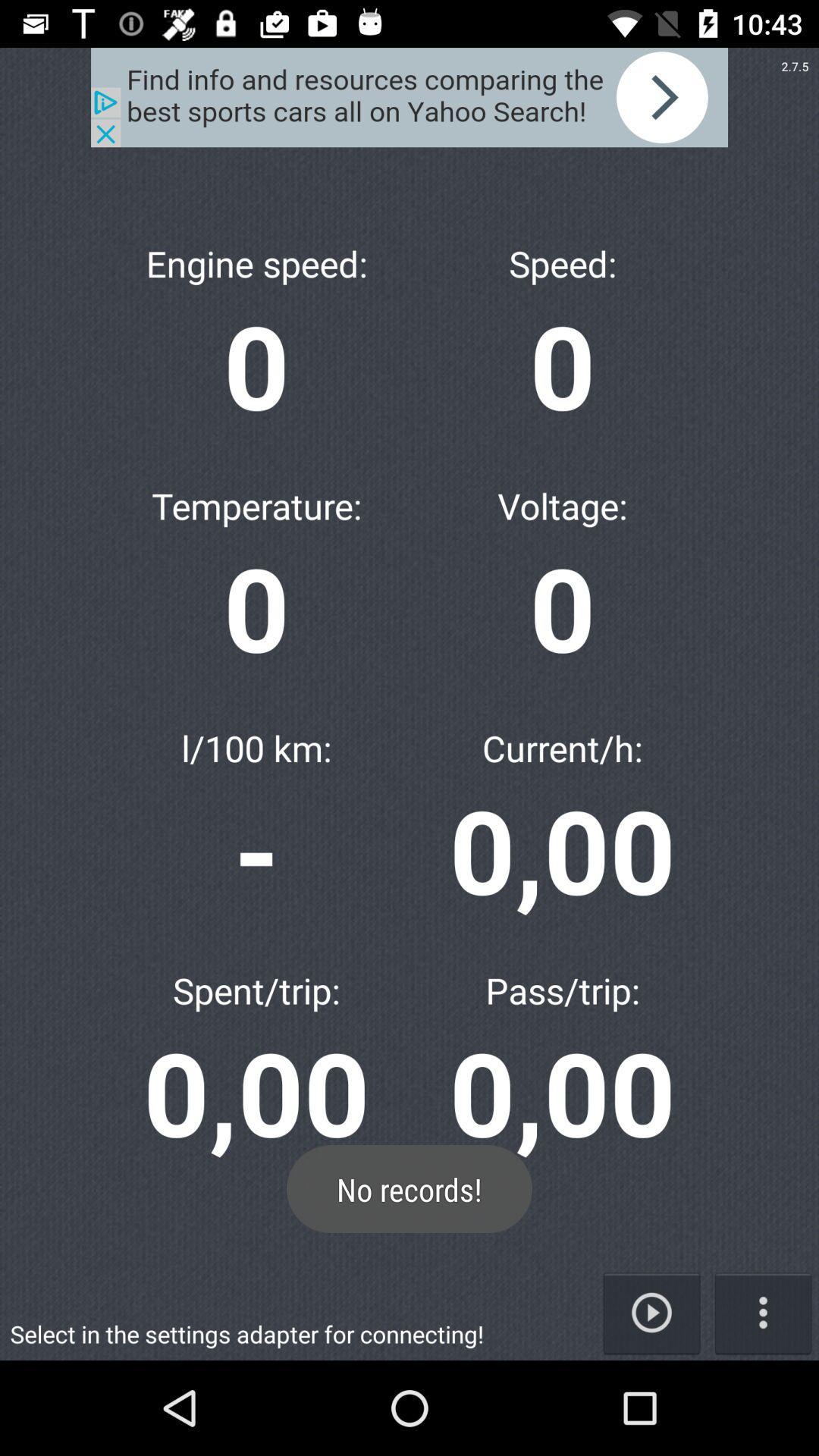 This screenshot has height=1456, width=819. Describe the element at coordinates (651, 1312) in the screenshot. I see `the play icon` at that location.